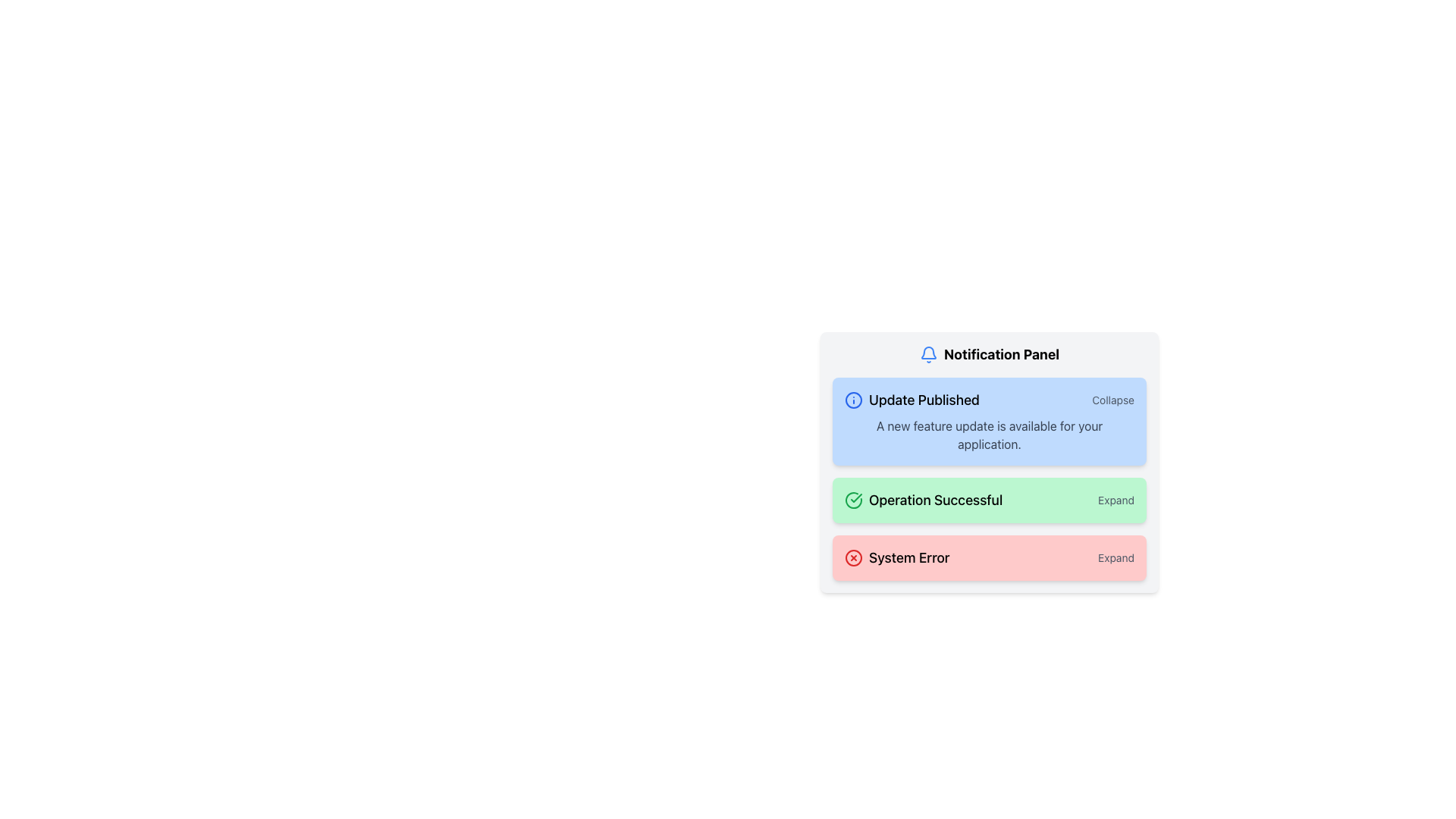  Describe the element at coordinates (854, 500) in the screenshot. I see `the green-colored notification labeled 'Operation Successful' in the 'Notification Panel'` at that location.